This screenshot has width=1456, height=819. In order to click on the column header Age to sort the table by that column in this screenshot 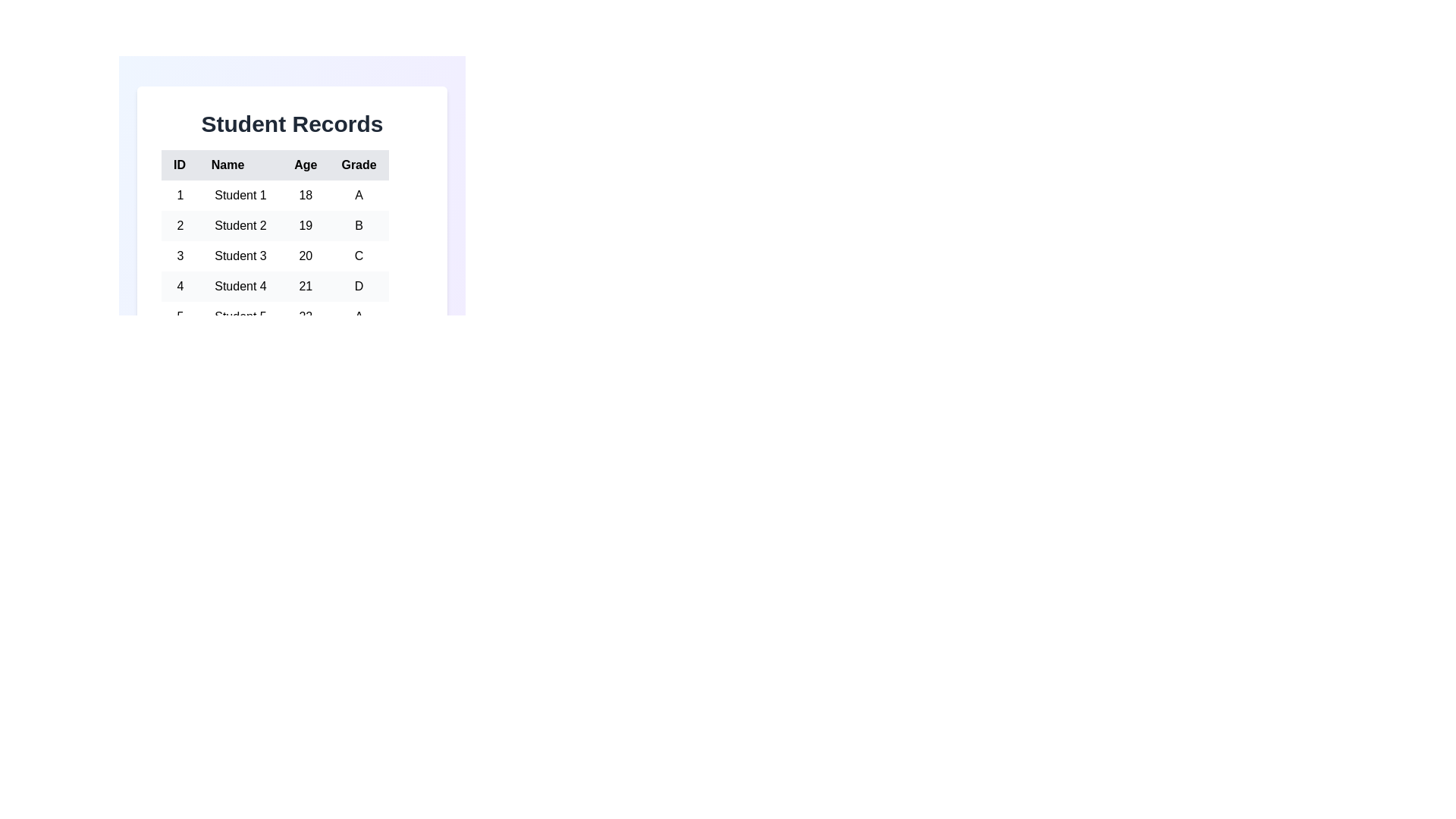, I will do `click(305, 165)`.